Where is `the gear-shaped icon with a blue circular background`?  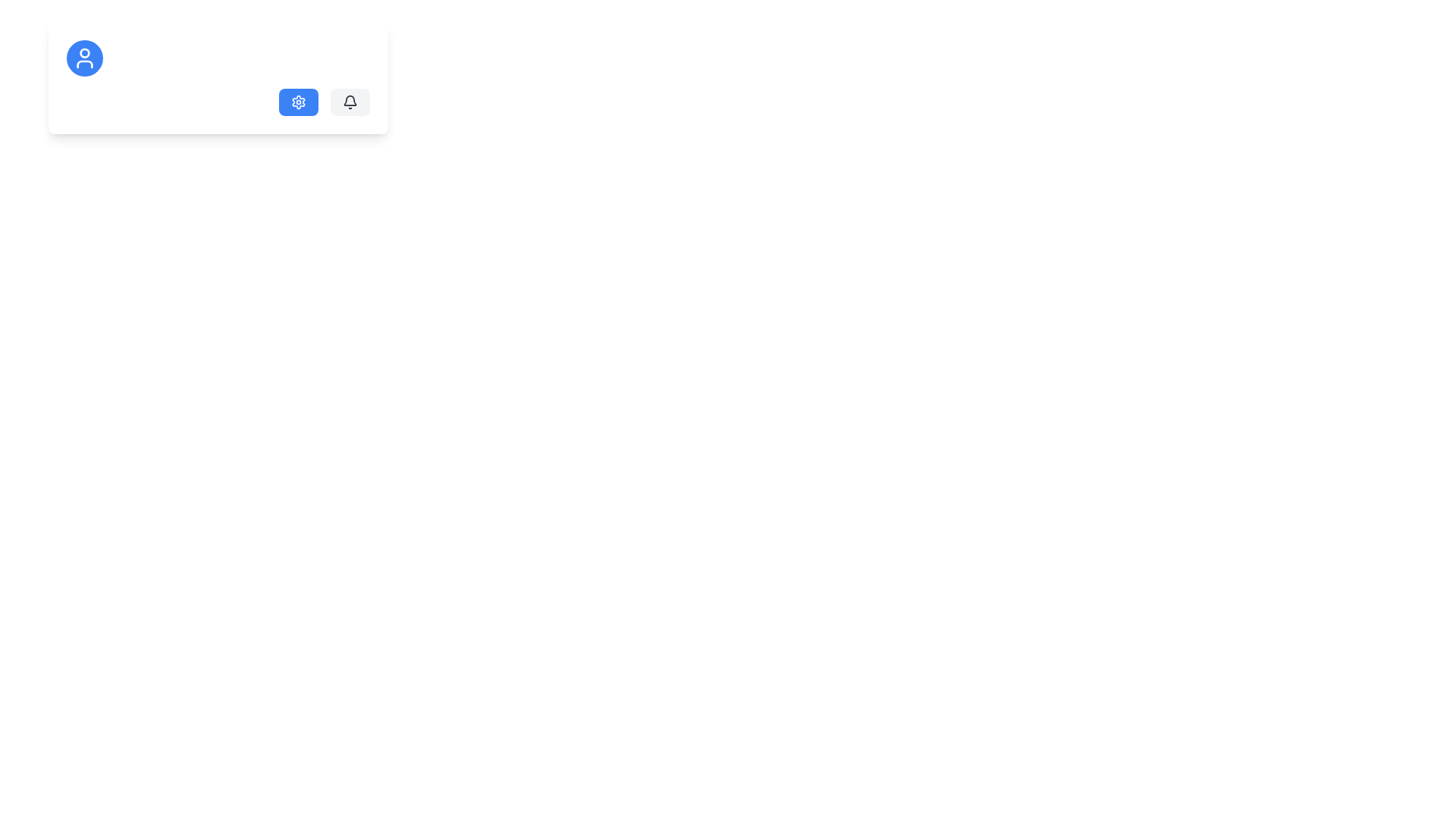
the gear-shaped icon with a blue circular background is located at coordinates (298, 102).